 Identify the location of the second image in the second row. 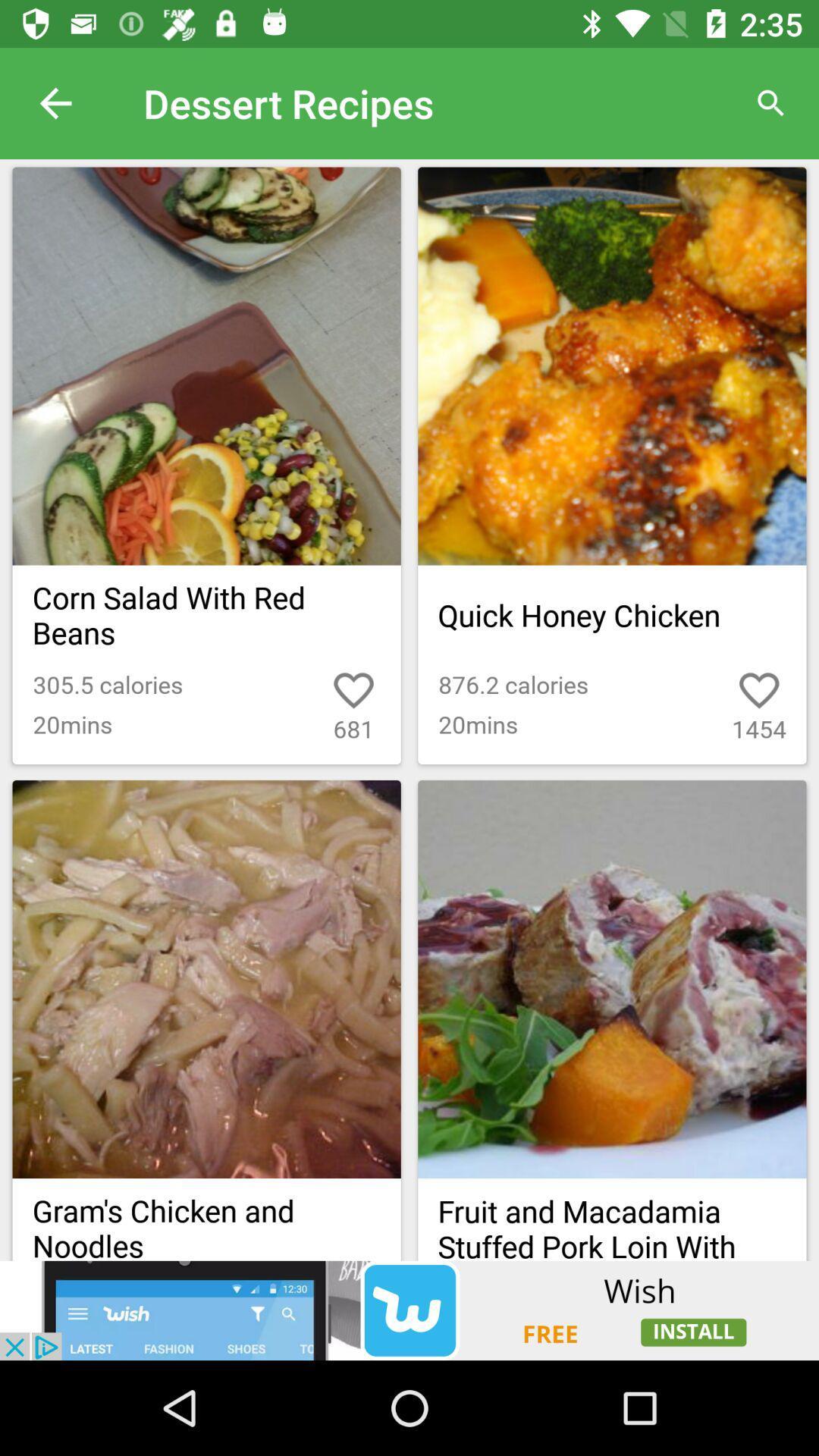
(611, 979).